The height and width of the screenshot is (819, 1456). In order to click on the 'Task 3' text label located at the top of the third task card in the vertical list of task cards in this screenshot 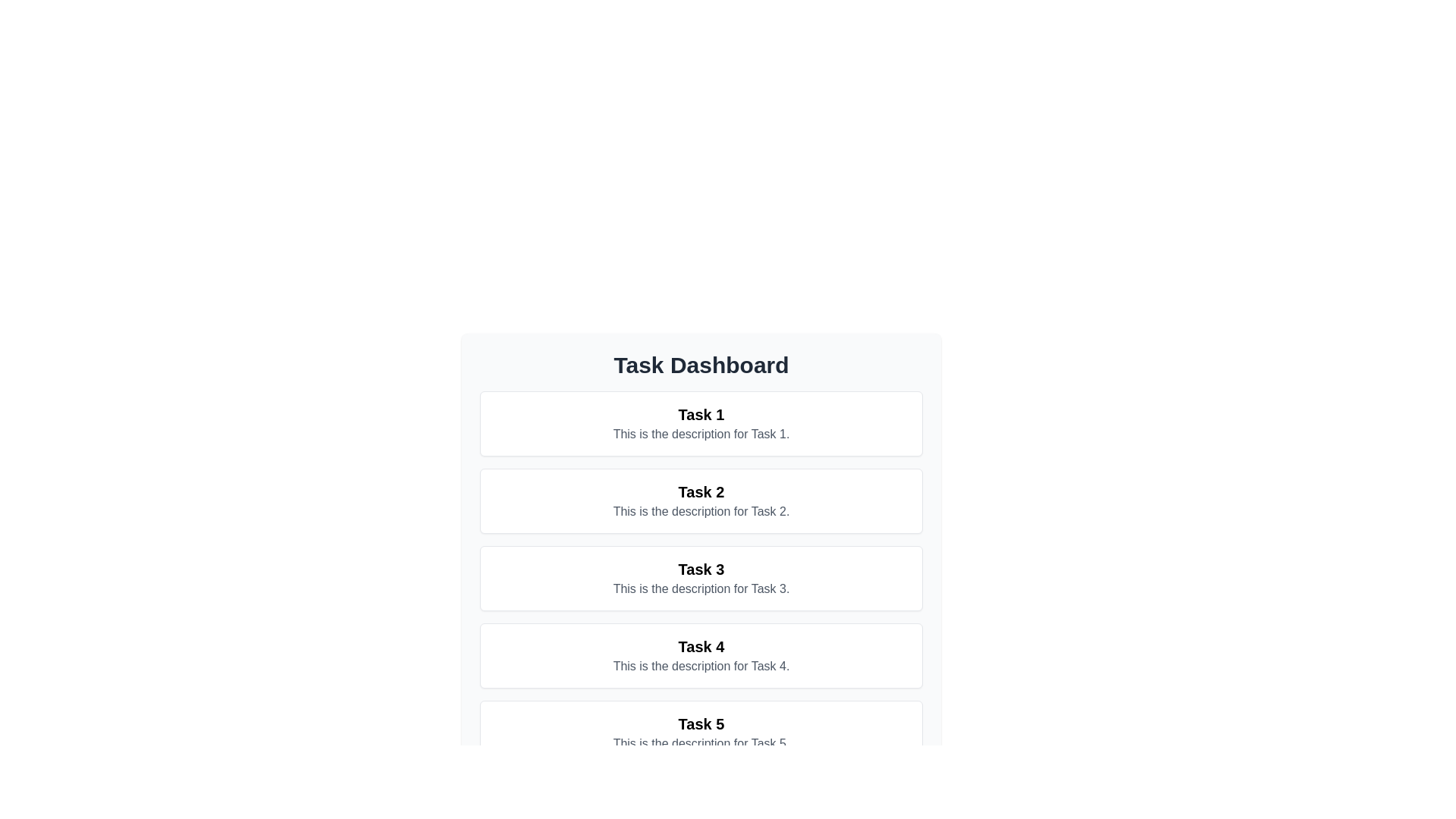, I will do `click(701, 570)`.